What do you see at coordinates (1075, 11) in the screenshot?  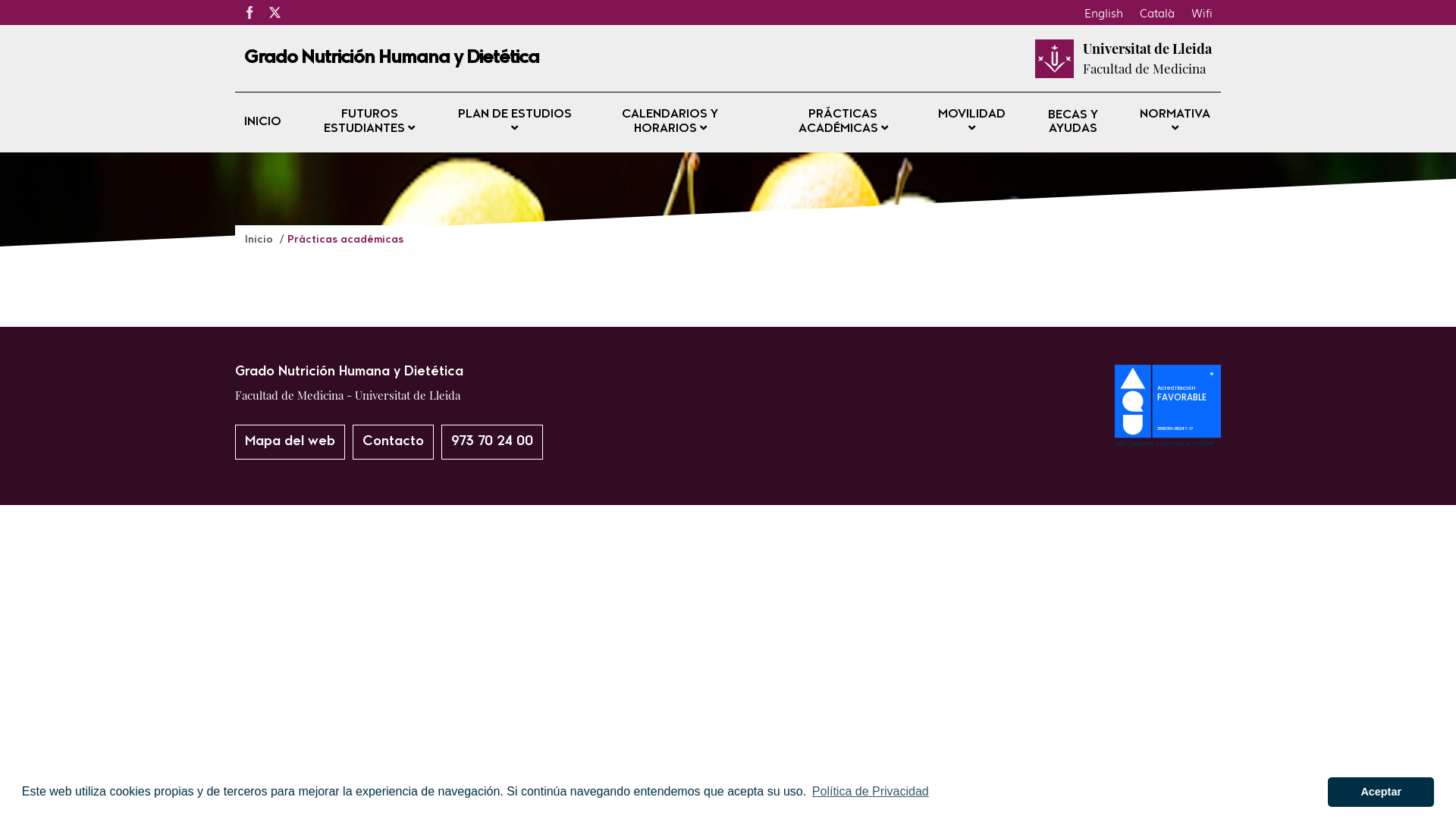 I see `'English'` at bounding box center [1075, 11].